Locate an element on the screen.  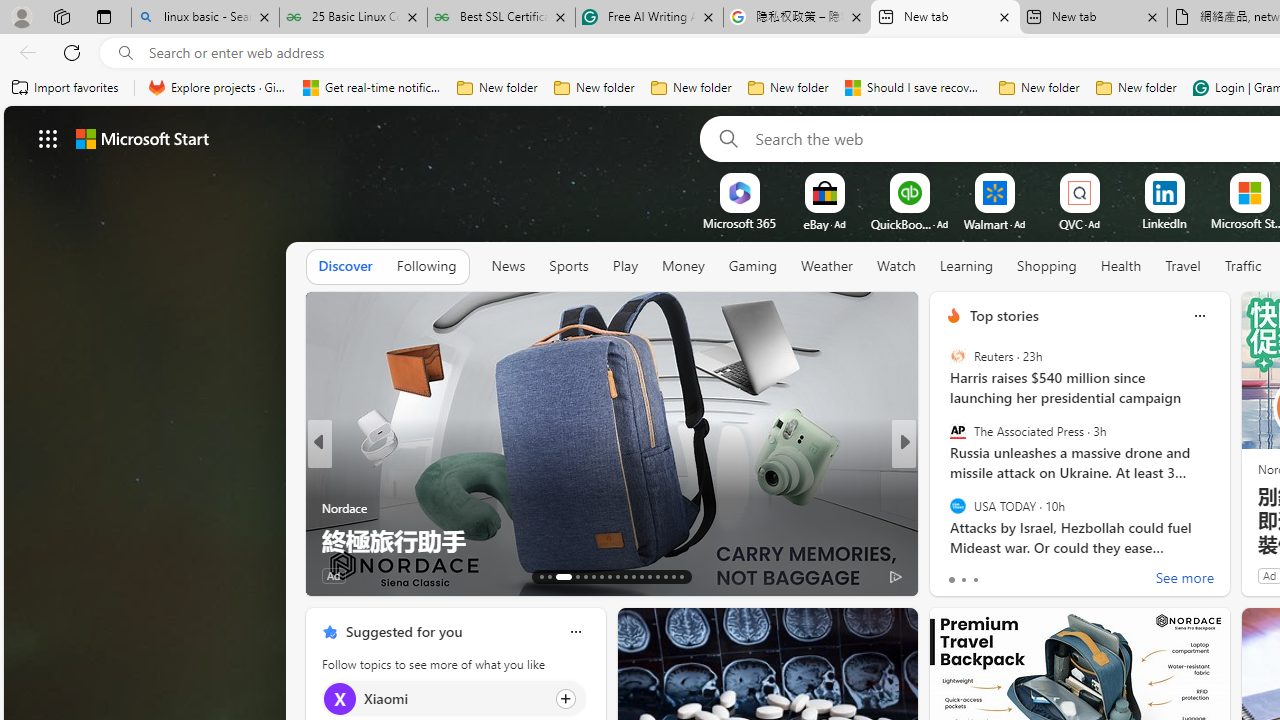
'2 Like' is located at coordinates (951, 575).